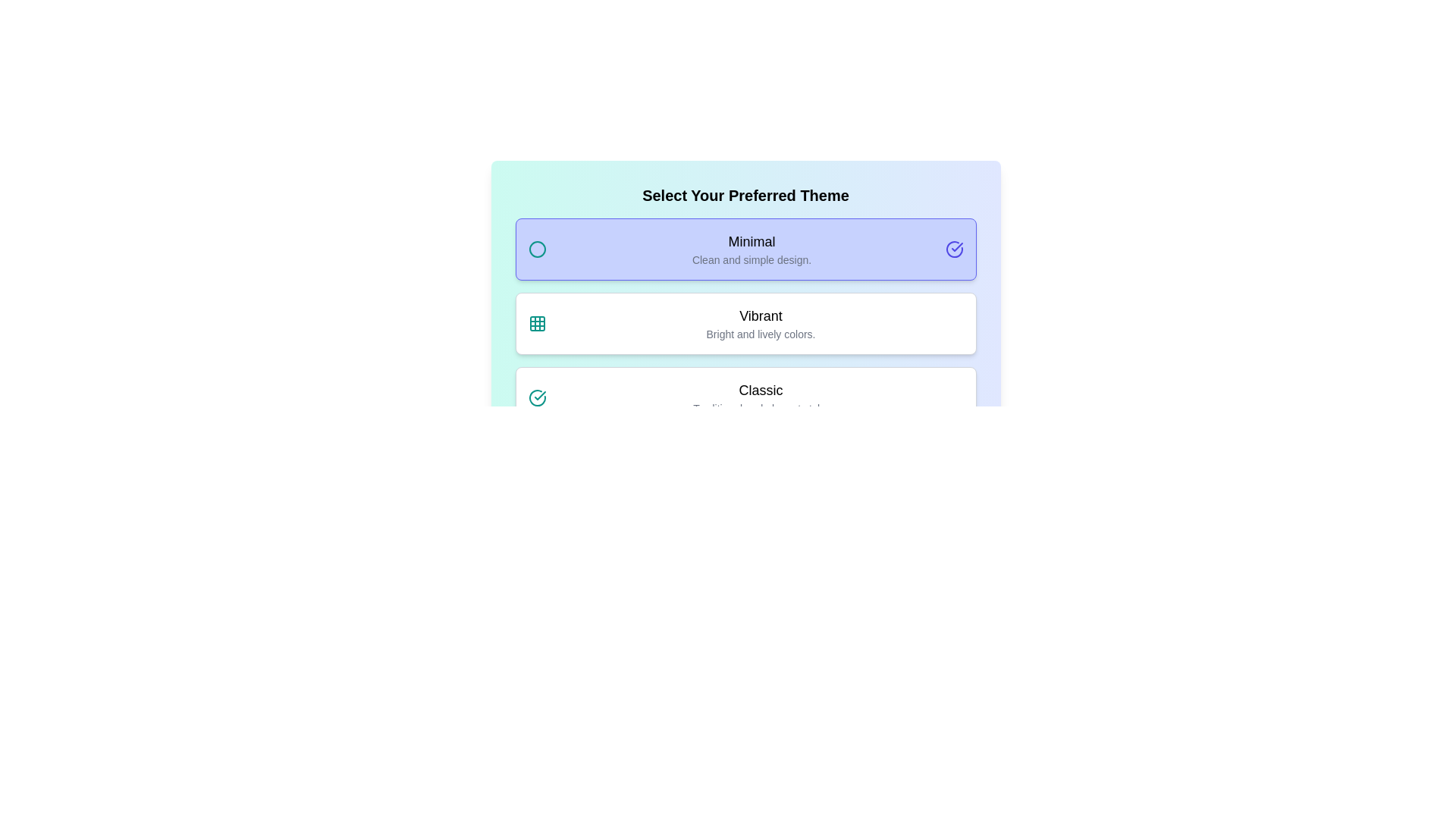 The width and height of the screenshot is (1456, 819). What do you see at coordinates (745, 323) in the screenshot?
I see `the 'Vibrant' theme selection button` at bounding box center [745, 323].